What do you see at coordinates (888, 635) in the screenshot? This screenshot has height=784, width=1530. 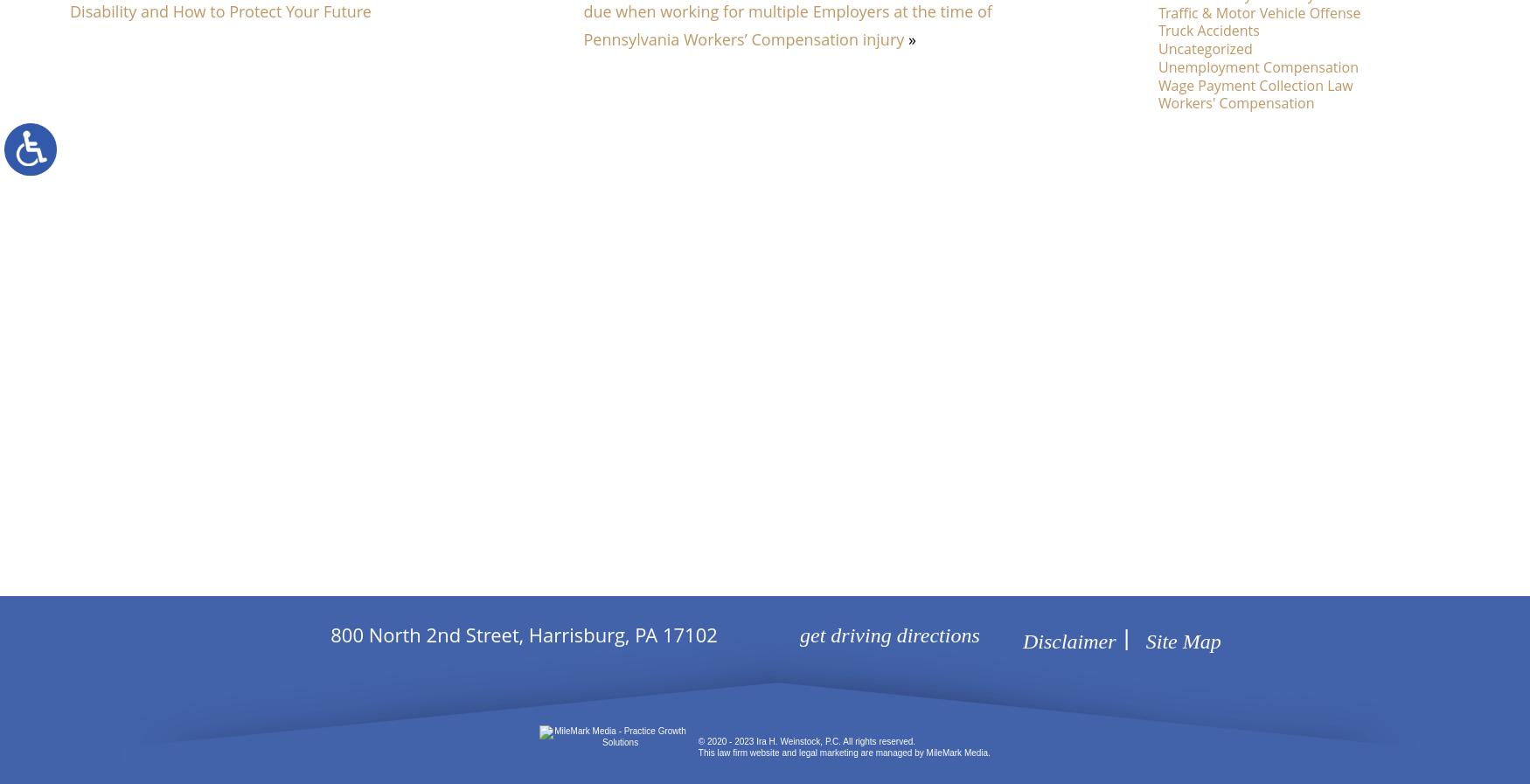 I see `'get driving directions'` at bounding box center [888, 635].